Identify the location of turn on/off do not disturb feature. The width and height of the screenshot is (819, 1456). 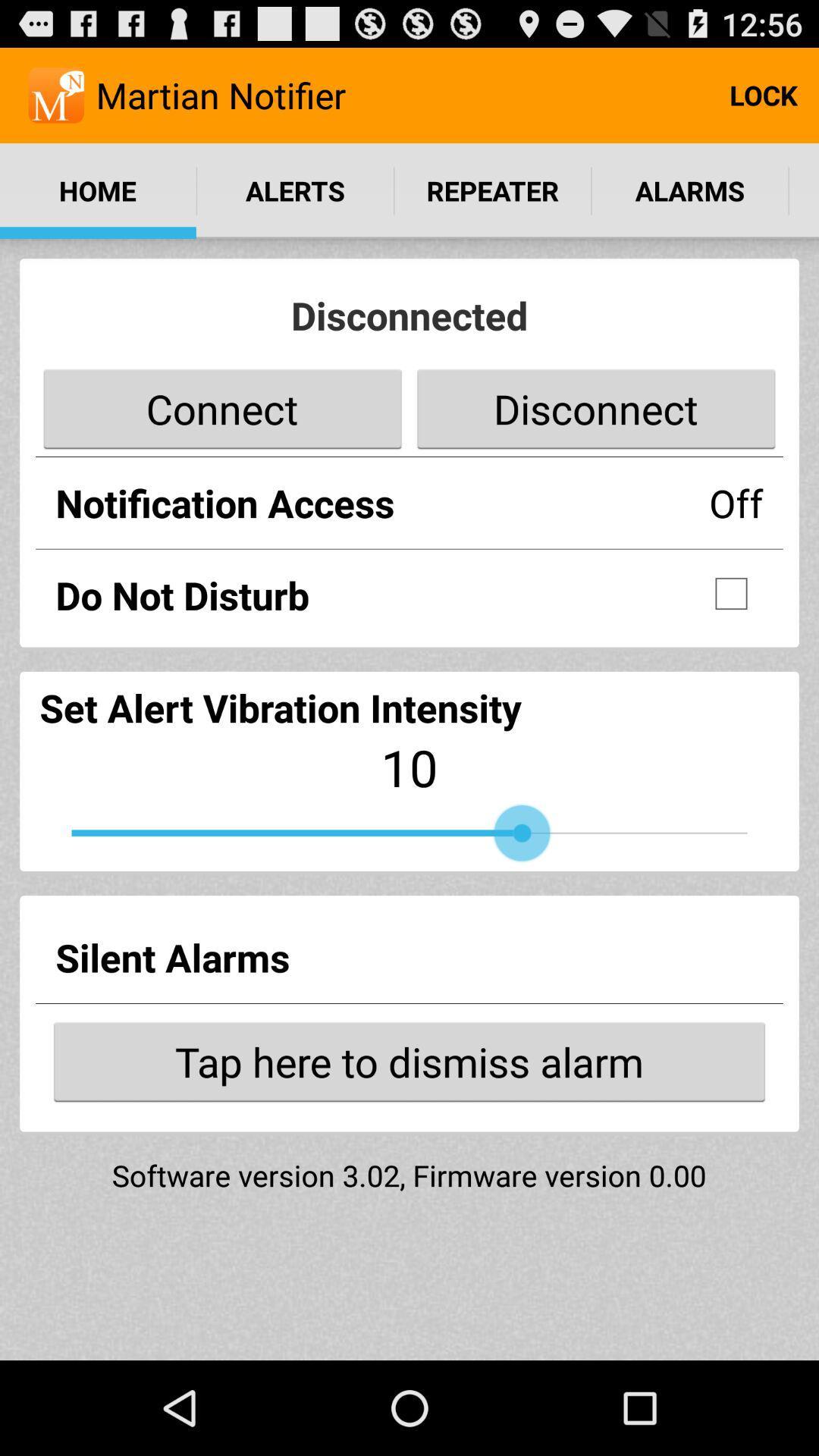
(730, 592).